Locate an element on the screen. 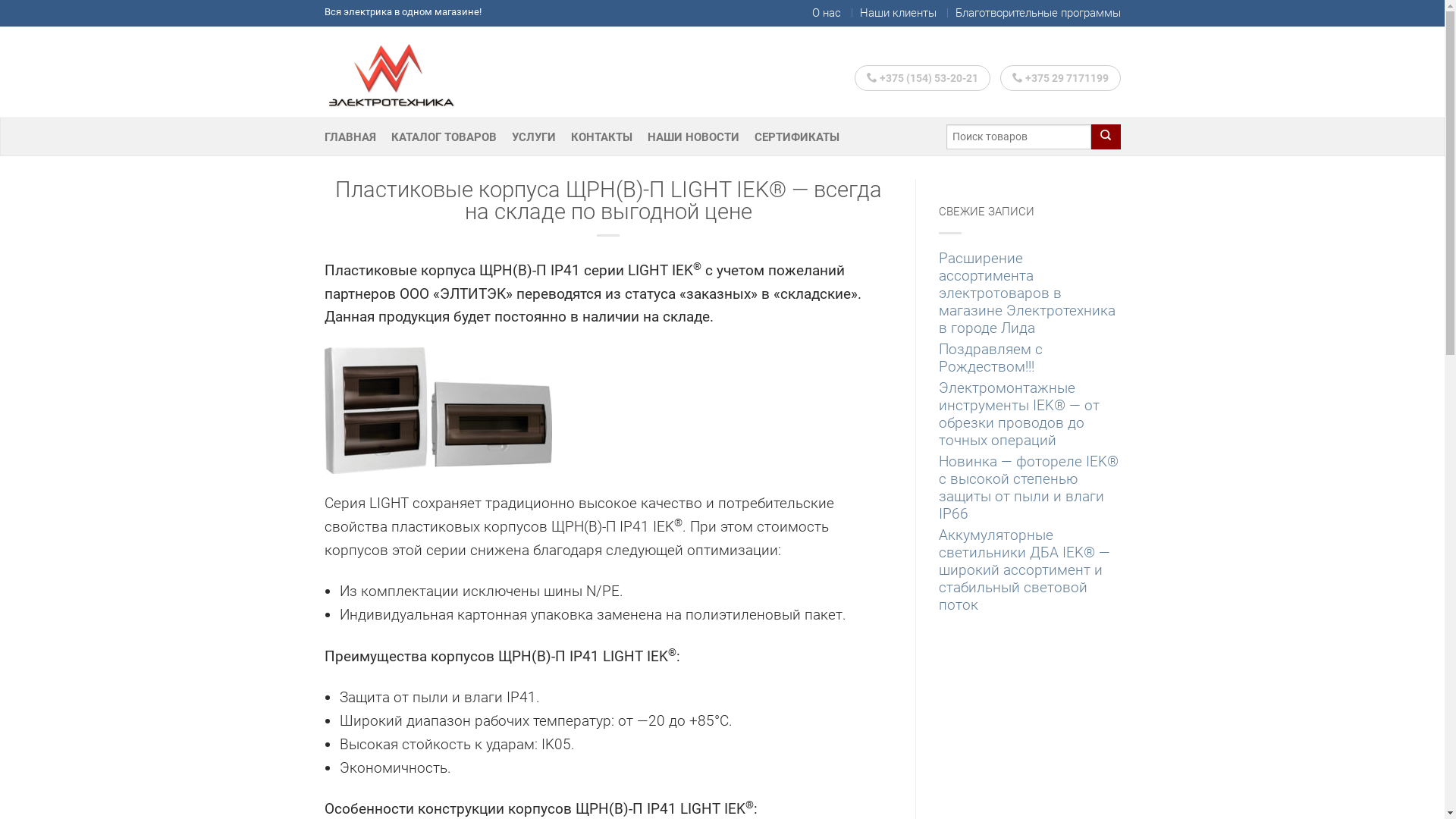 The height and width of the screenshot is (819, 1456). '+375 (154) 53-20-21' is located at coordinates (855, 78).